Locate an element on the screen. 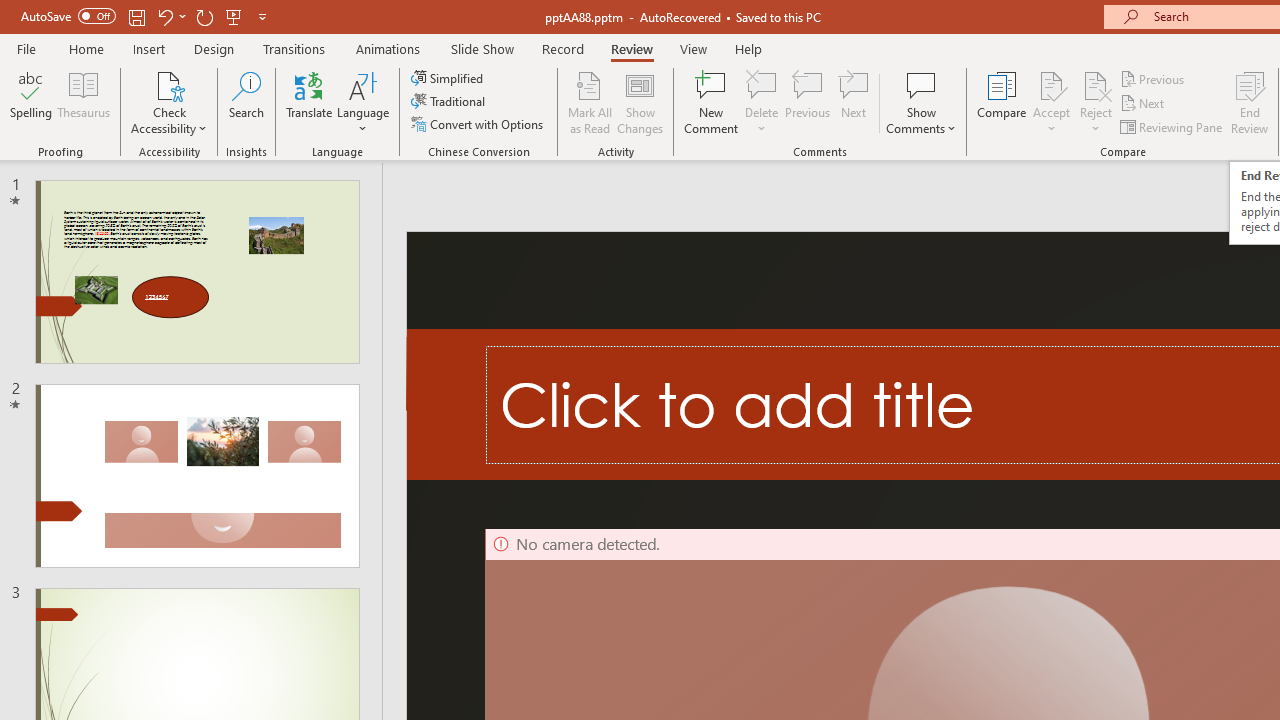  'Traditional' is located at coordinates (448, 101).